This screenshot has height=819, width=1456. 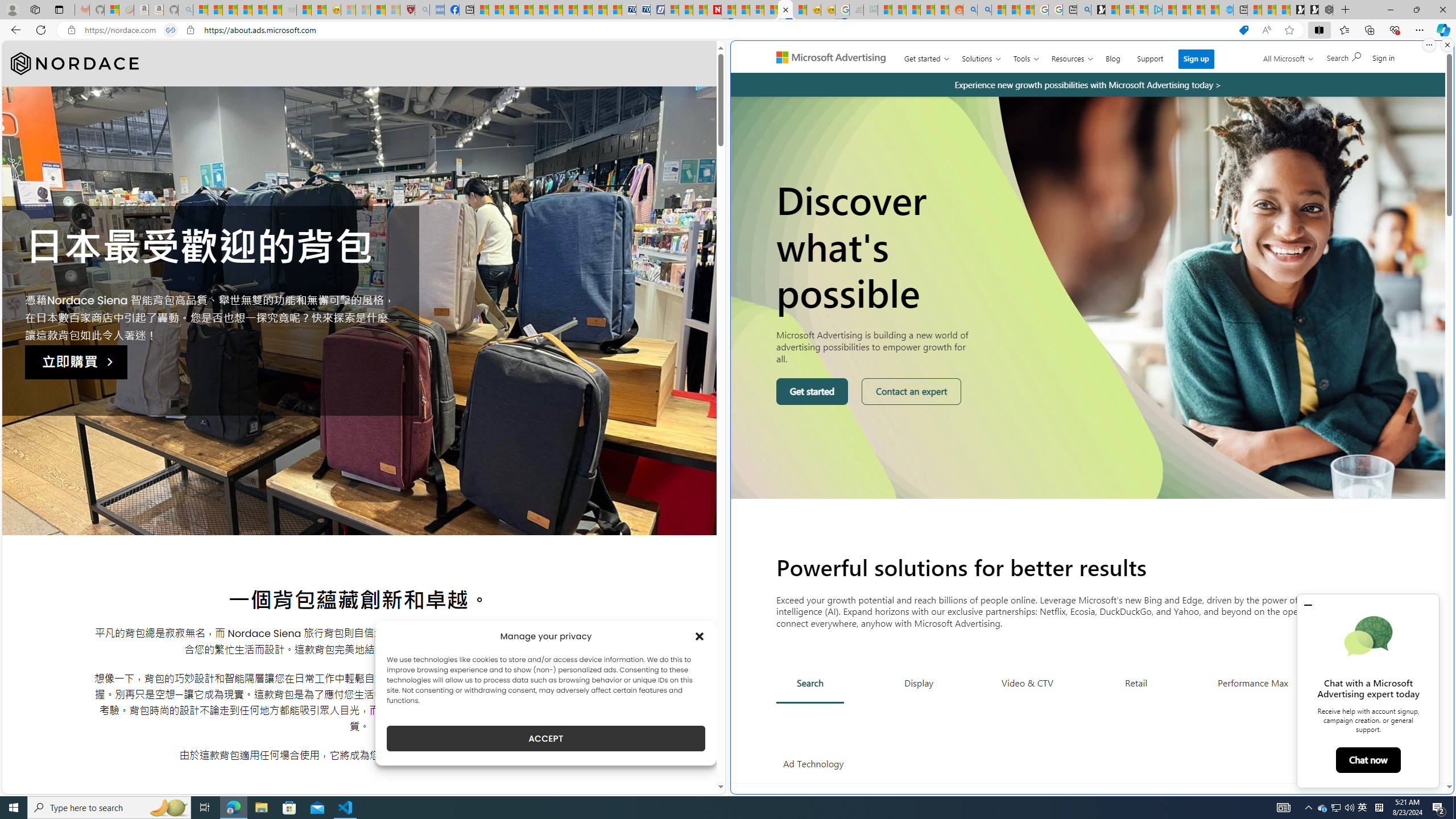 What do you see at coordinates (1149, 55) in the screenshot?
I see `'Support'` at bounding box center [1149, 55].